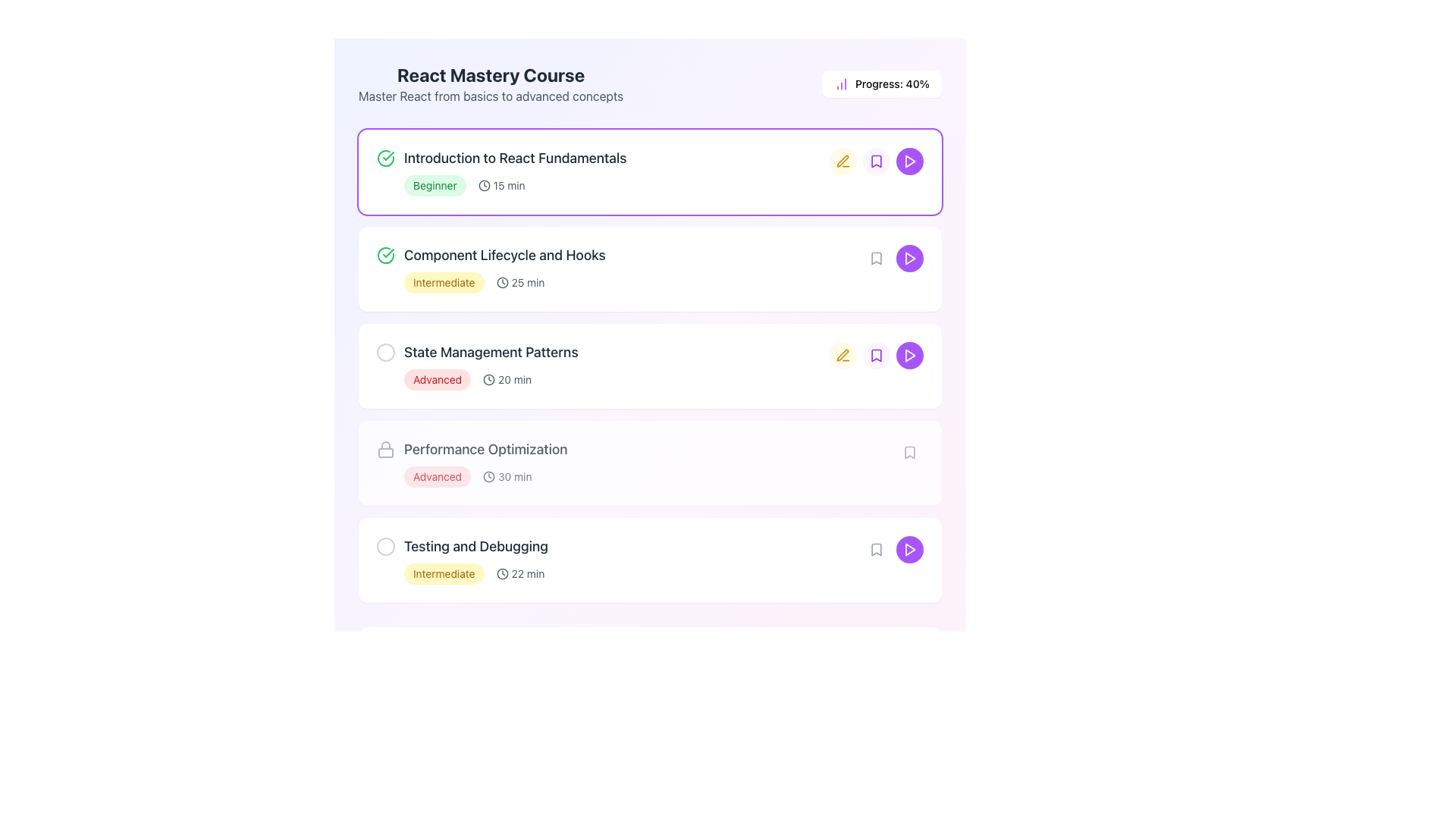 The height and width of the screenshot is (819, 1456). What do you see at coordinates (485, 449) in the screenshot?
I see `the text label displaying 'Performance Optimization', which is styled as a large header in gray color, located between 'State Management Patterns' and 'Testing and Debugging'` at bounding box center [485, 449].